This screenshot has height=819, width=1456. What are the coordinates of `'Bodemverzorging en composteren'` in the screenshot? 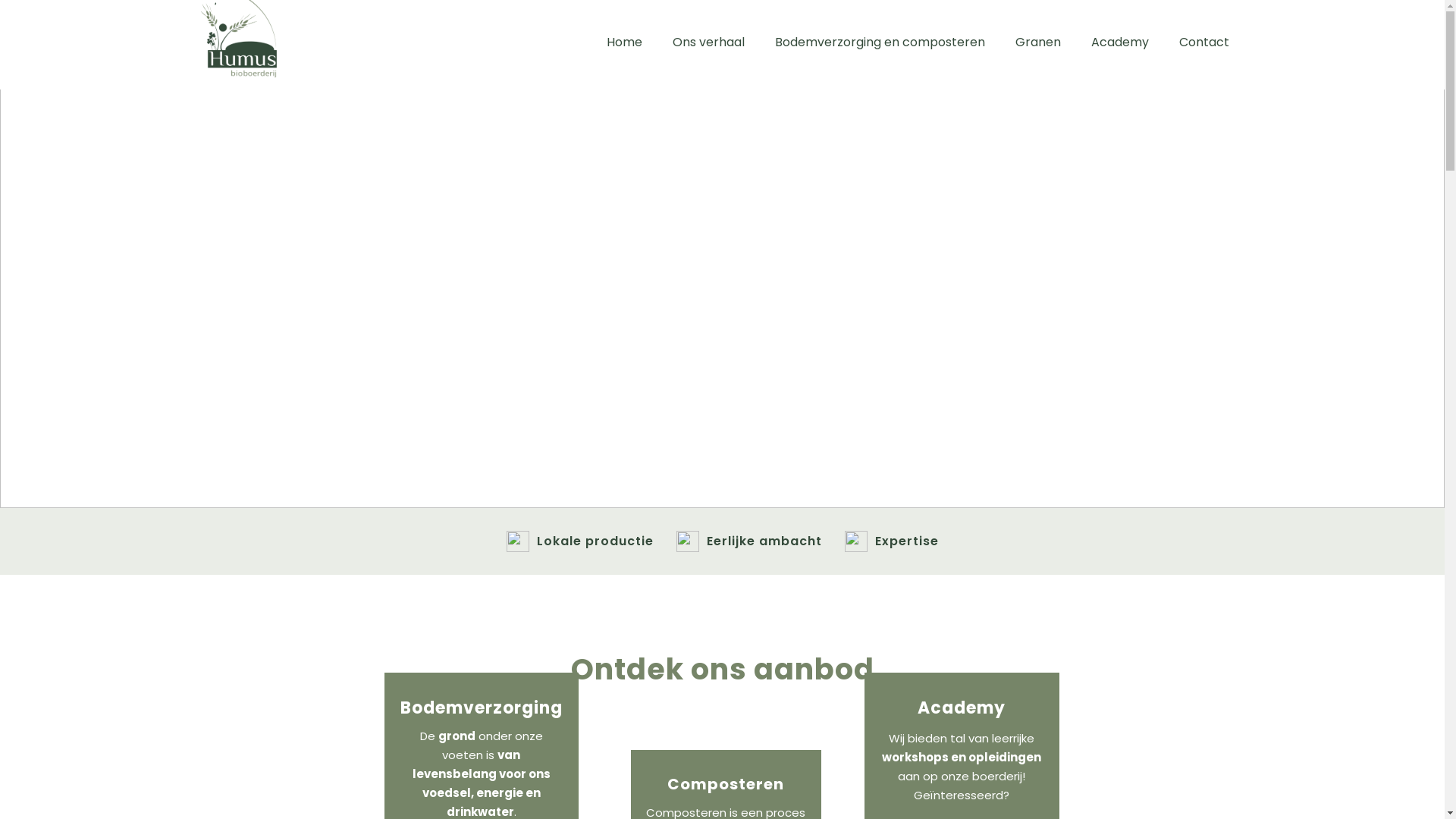 It's located at (880, 42).